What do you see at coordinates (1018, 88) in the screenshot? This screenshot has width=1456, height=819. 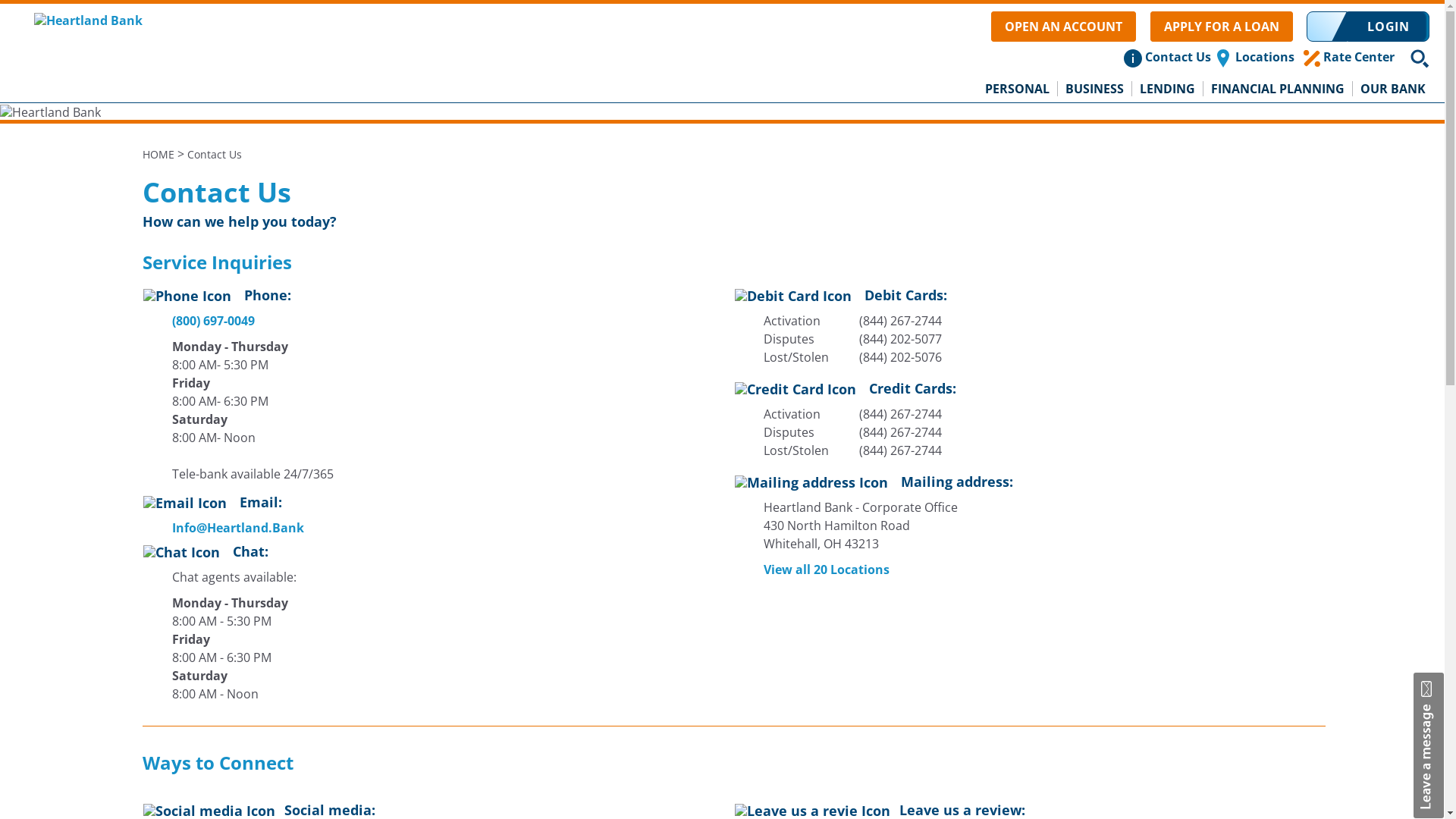 I see `'PERSONAL'` at bounding box center [1018, 88].